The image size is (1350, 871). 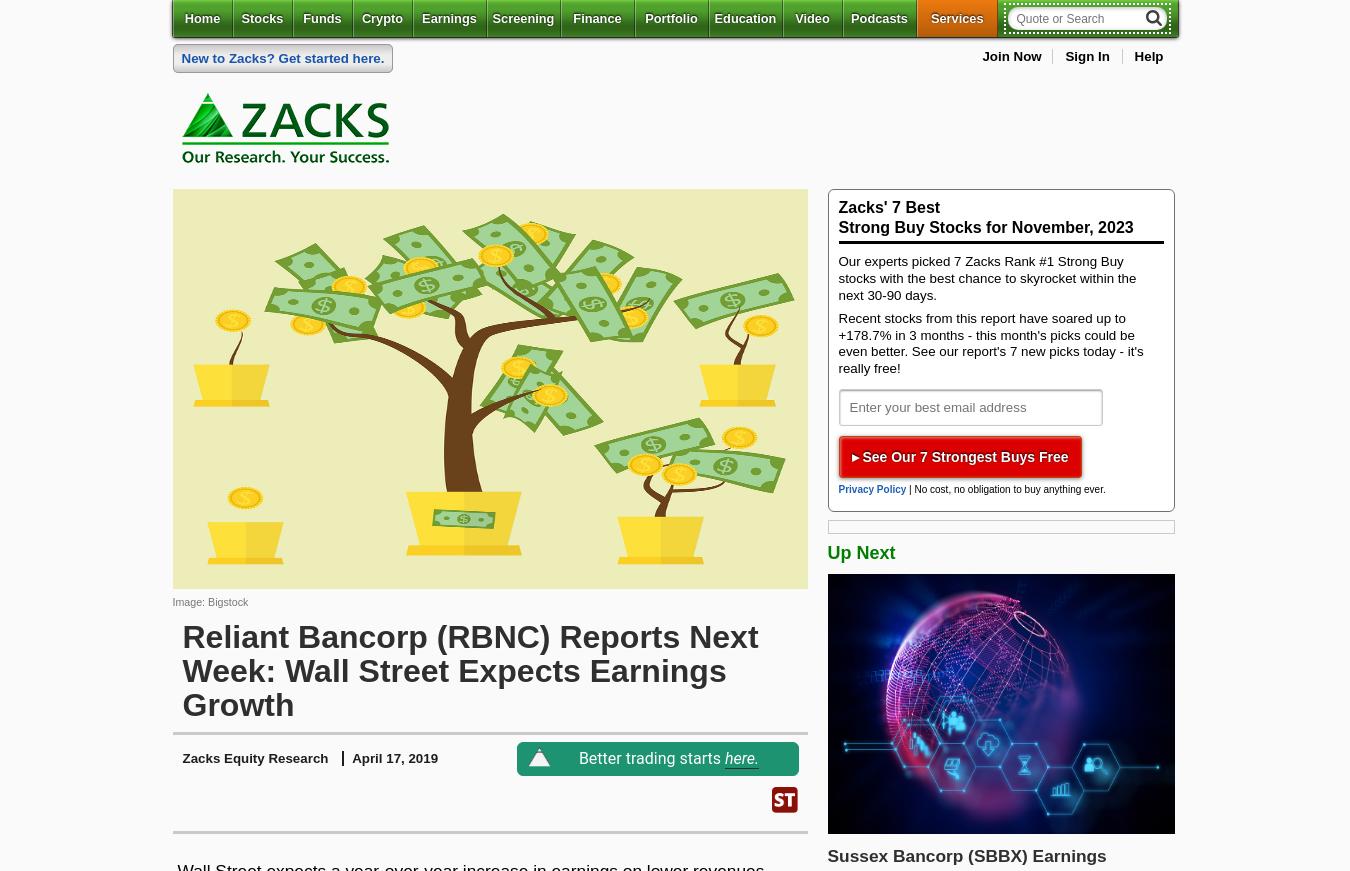 I want to click on '▸ See Our 7 Strongest Buys Free', so click(x=958, y=457).